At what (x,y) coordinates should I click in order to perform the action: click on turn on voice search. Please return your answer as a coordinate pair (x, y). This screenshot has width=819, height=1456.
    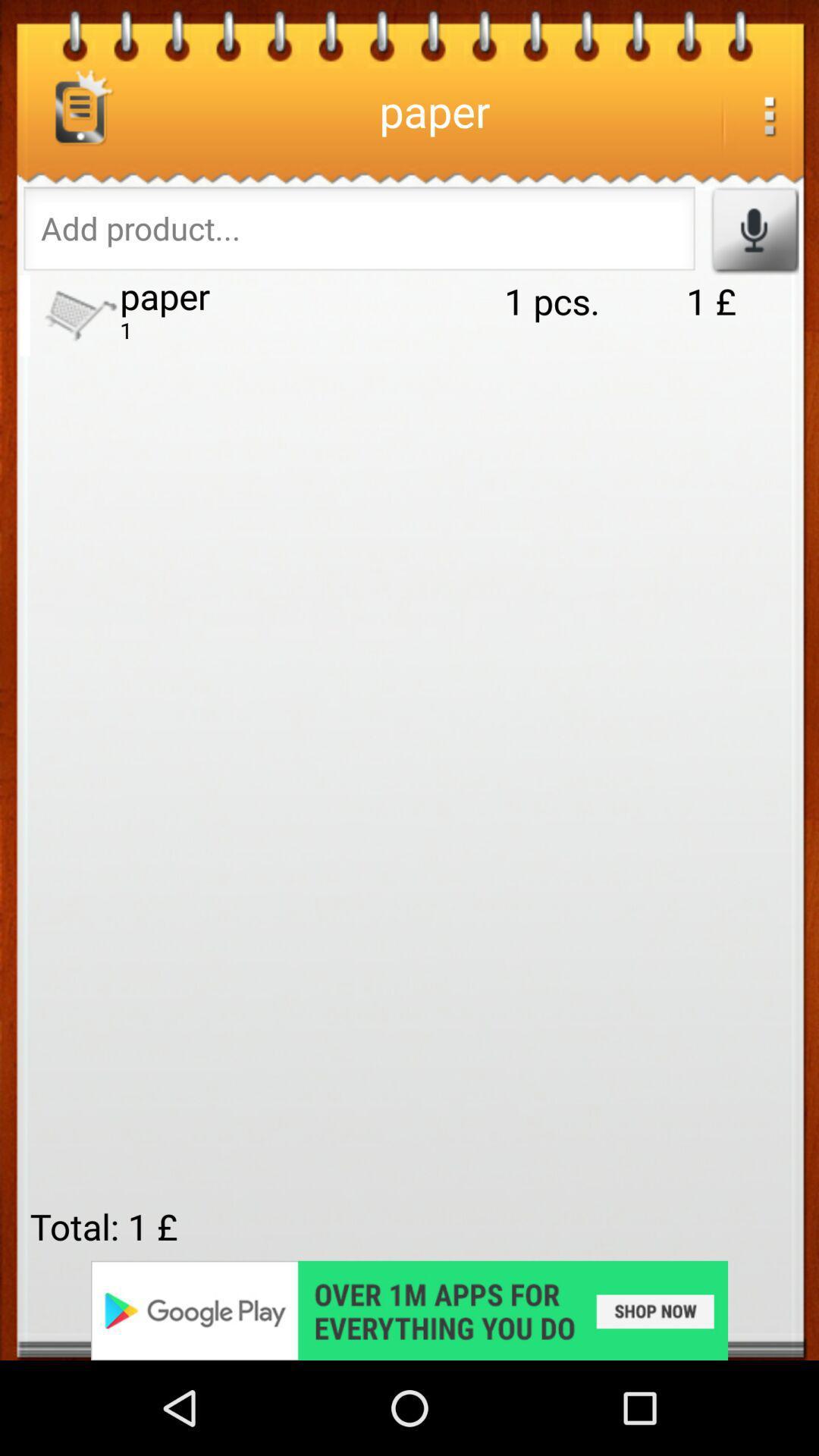
    Looking at the image, I should click on (754, 229).